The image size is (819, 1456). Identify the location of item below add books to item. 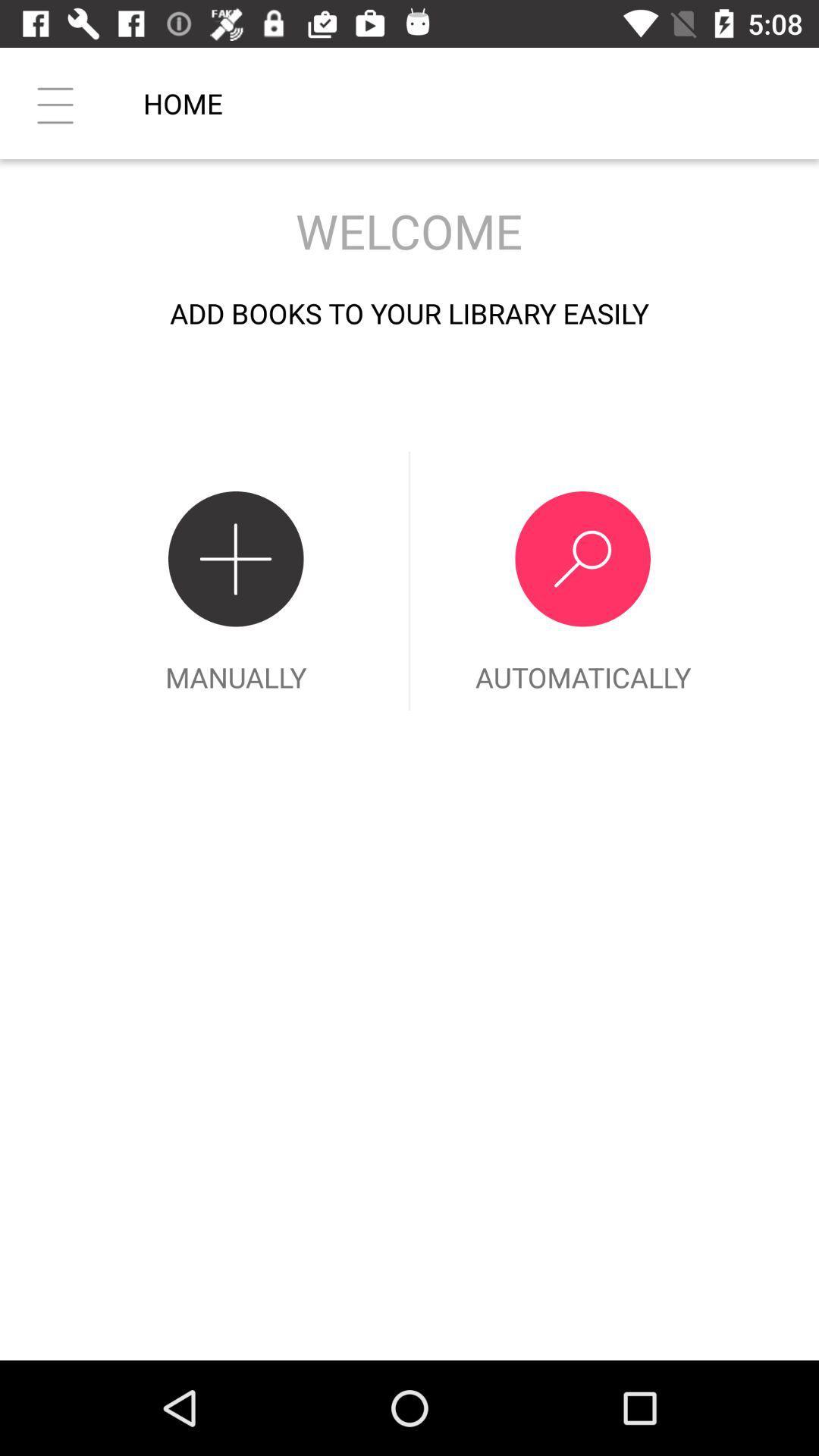
(236, 580).